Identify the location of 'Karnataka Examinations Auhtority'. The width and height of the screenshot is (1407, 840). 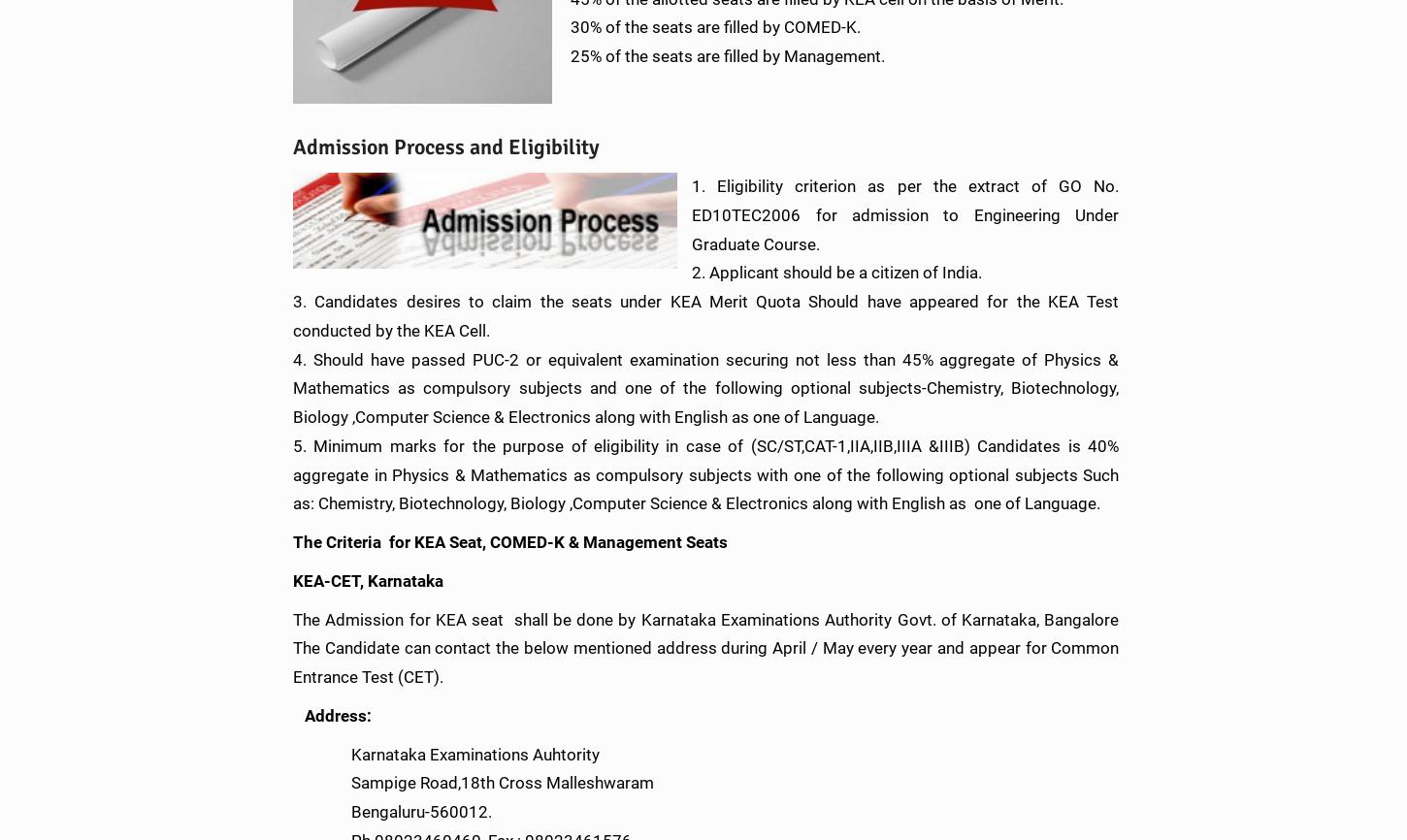
(293, 752).